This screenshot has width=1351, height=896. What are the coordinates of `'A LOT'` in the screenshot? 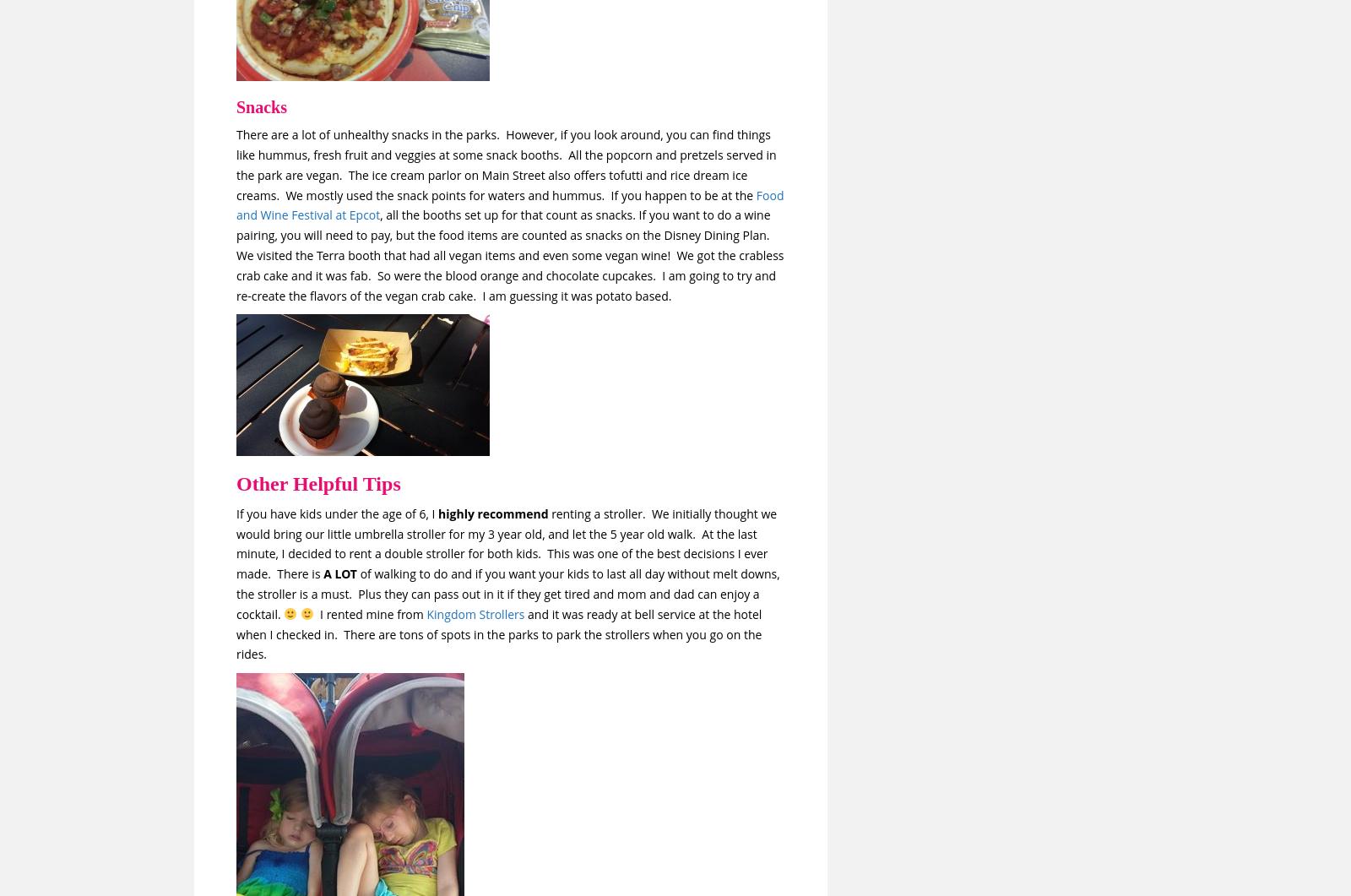 It's located at (323, 573).